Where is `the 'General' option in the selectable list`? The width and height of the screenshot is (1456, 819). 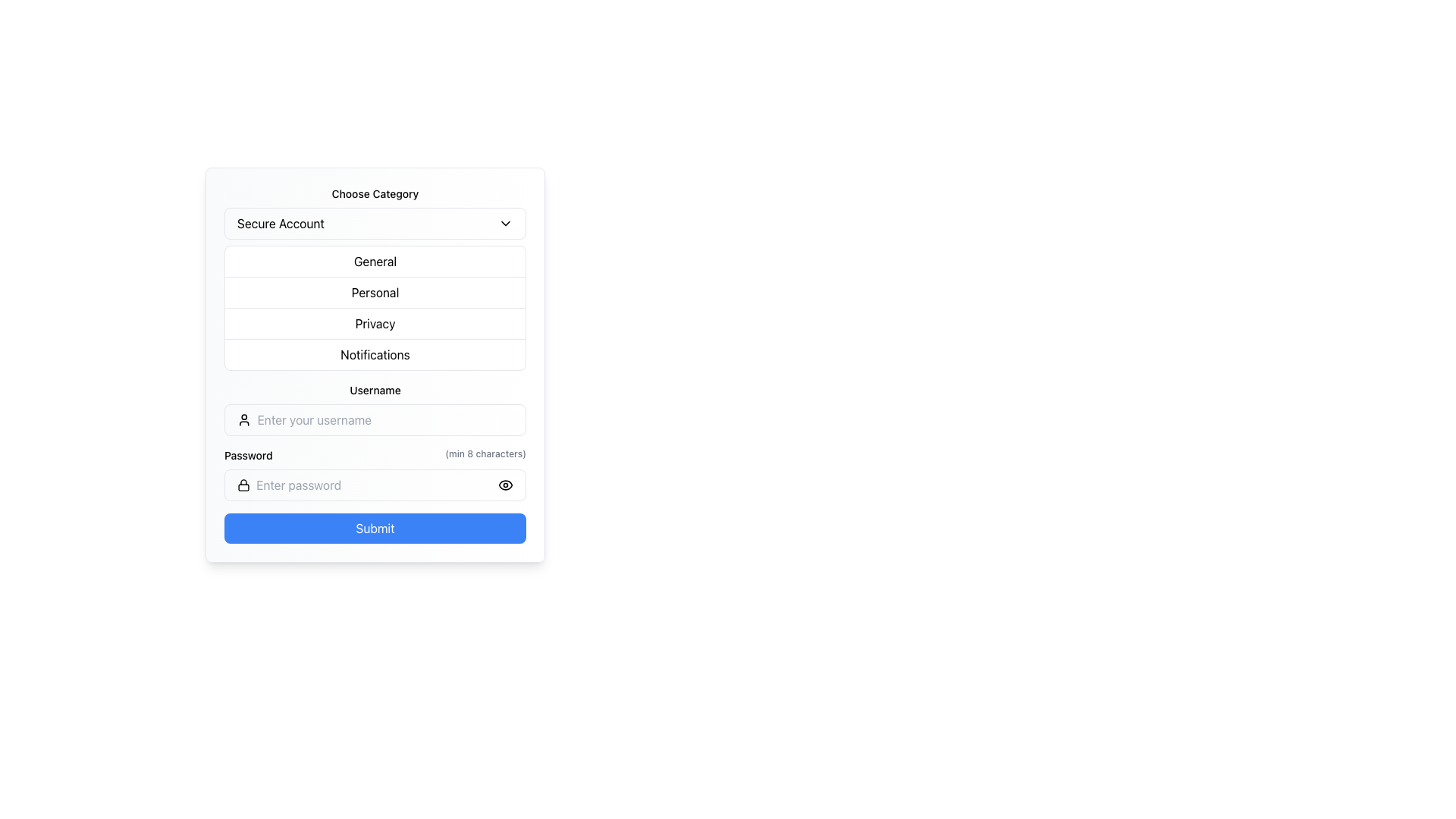 the 'General' option in the selectable list is located at coordinates (375, 260).